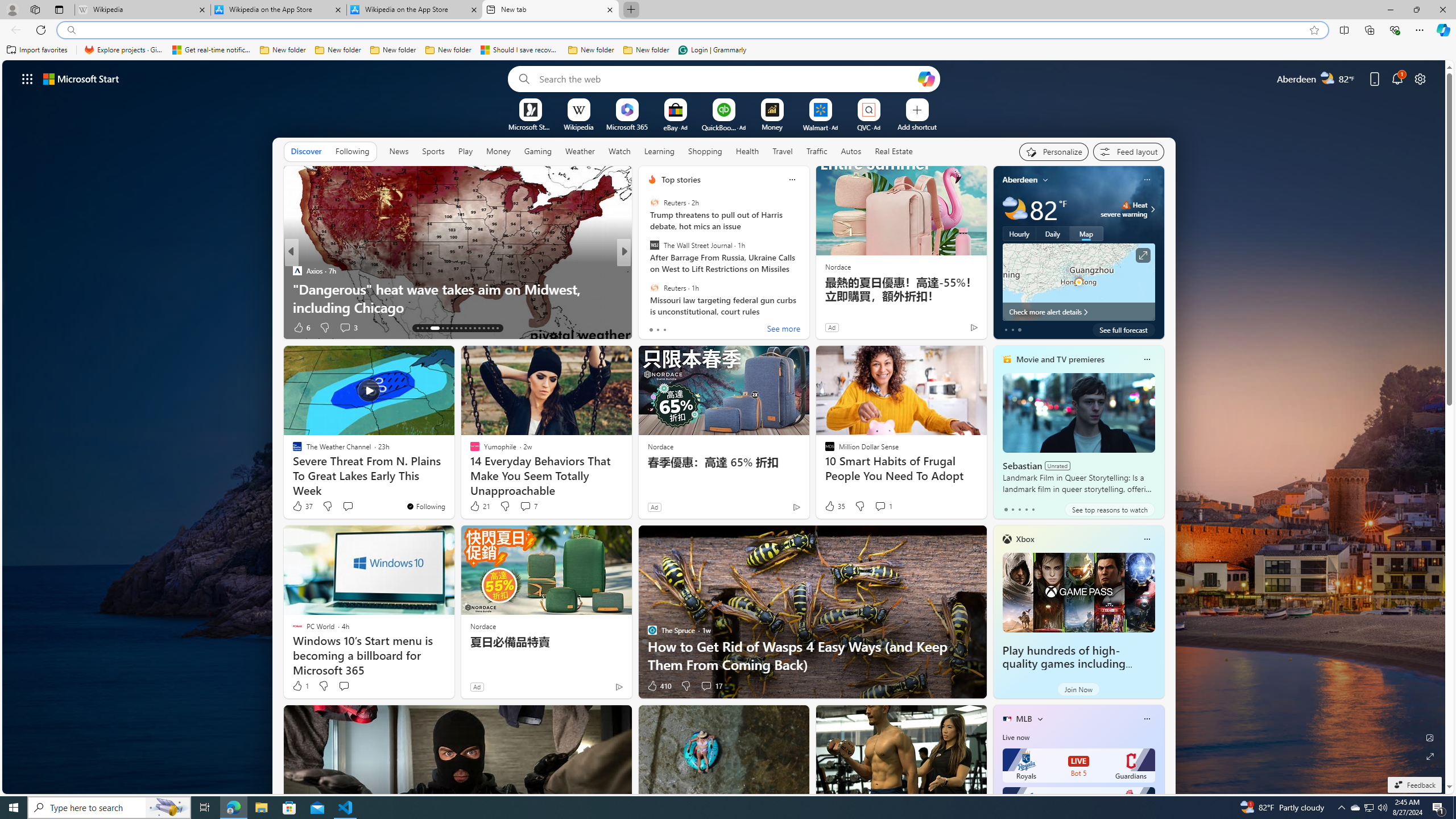 The image size is (1456, 819). What do you see at coordinates (806, 298) in the screenshot?
I see `'Everything You Should Know to Permanently Block a Website'` at bounding box center [806, 298].